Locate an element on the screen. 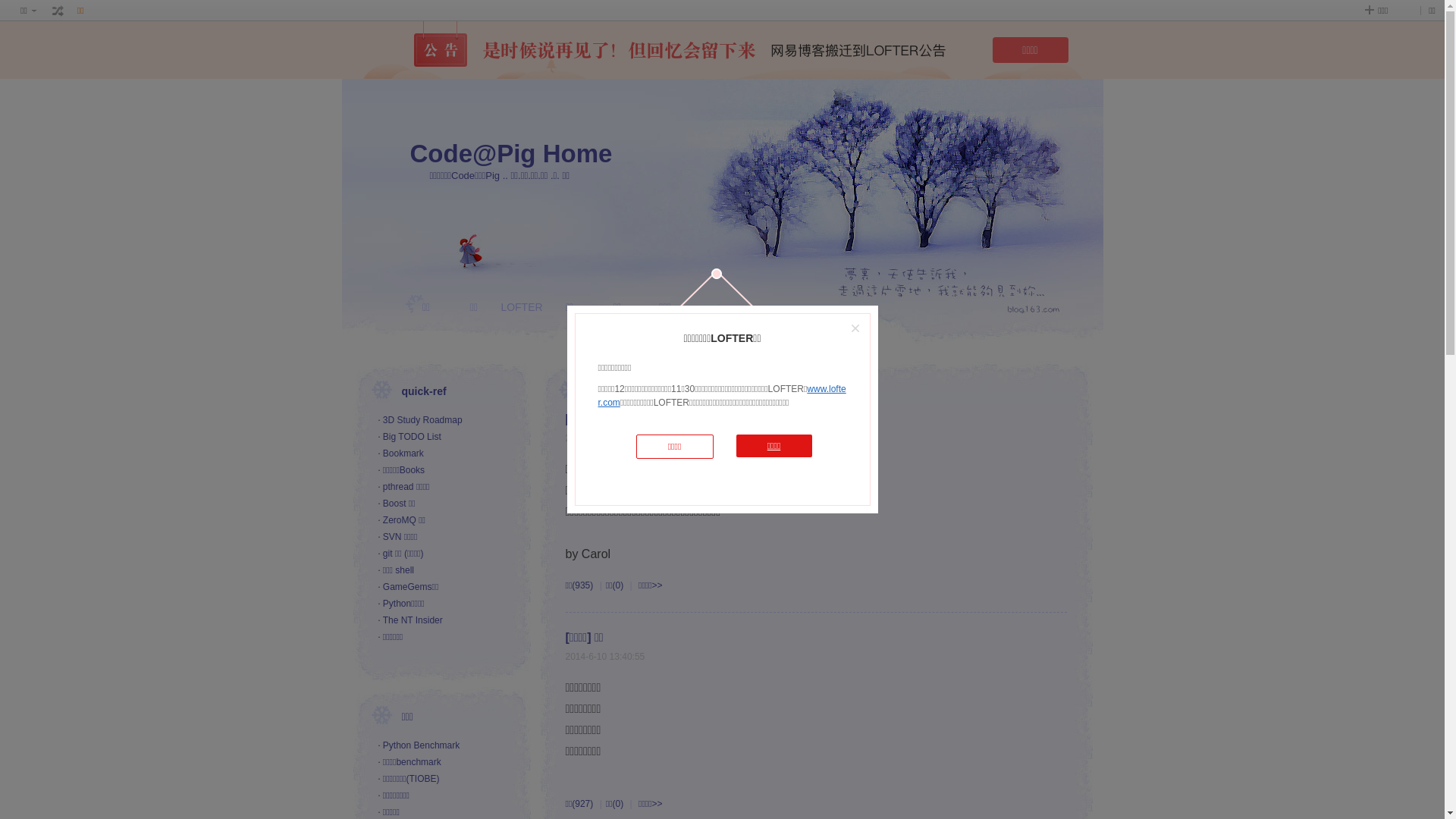 The height and width of the screenshot is (819, 1456). 'The NT Insider' is located at coordinates (382, 620).